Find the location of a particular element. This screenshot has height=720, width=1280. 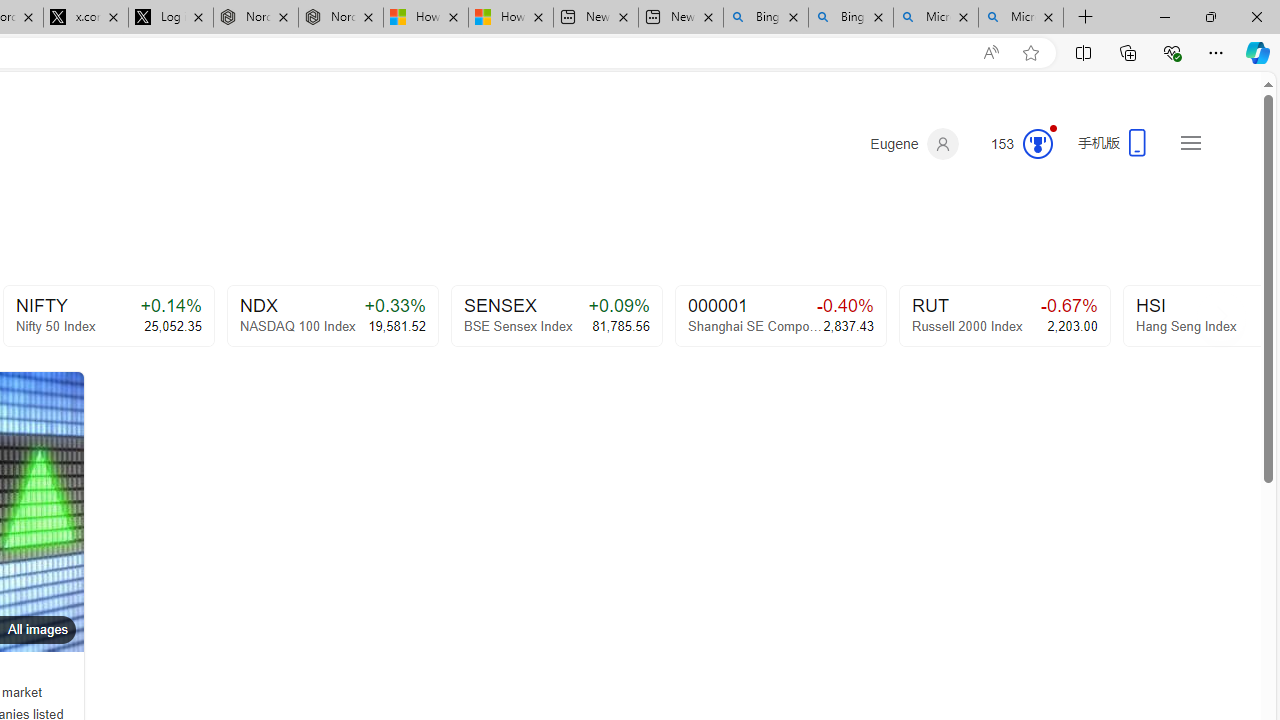

'Settings and quick links' is located at coordinates (1191, 141).